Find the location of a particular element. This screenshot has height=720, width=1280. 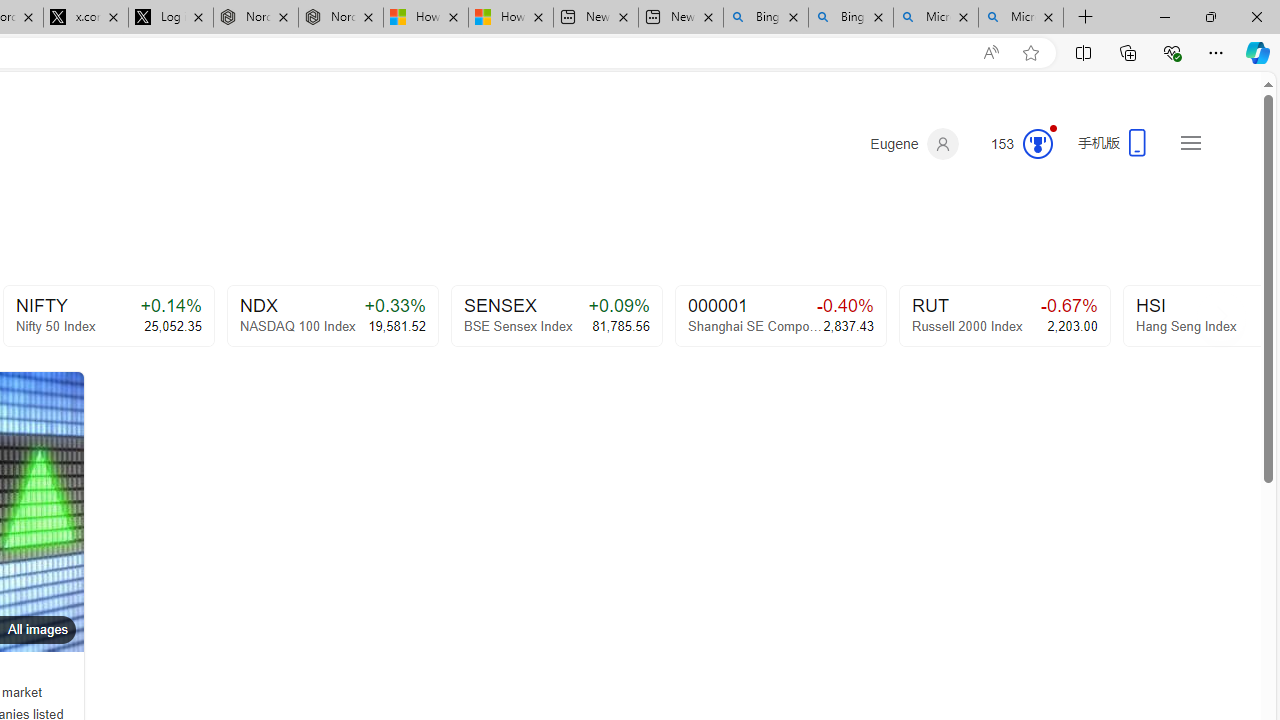

'Settings and quick links' is located at coordinates (1191, 141).